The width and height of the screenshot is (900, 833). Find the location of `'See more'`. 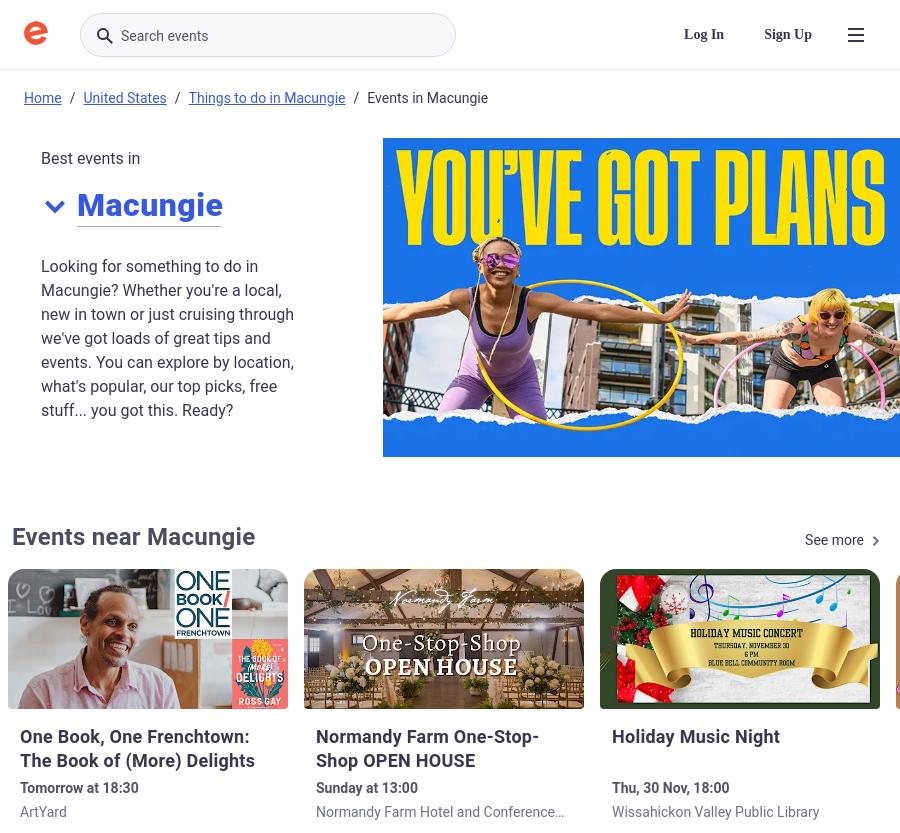

'See more' is located at coordinates (834, 538).